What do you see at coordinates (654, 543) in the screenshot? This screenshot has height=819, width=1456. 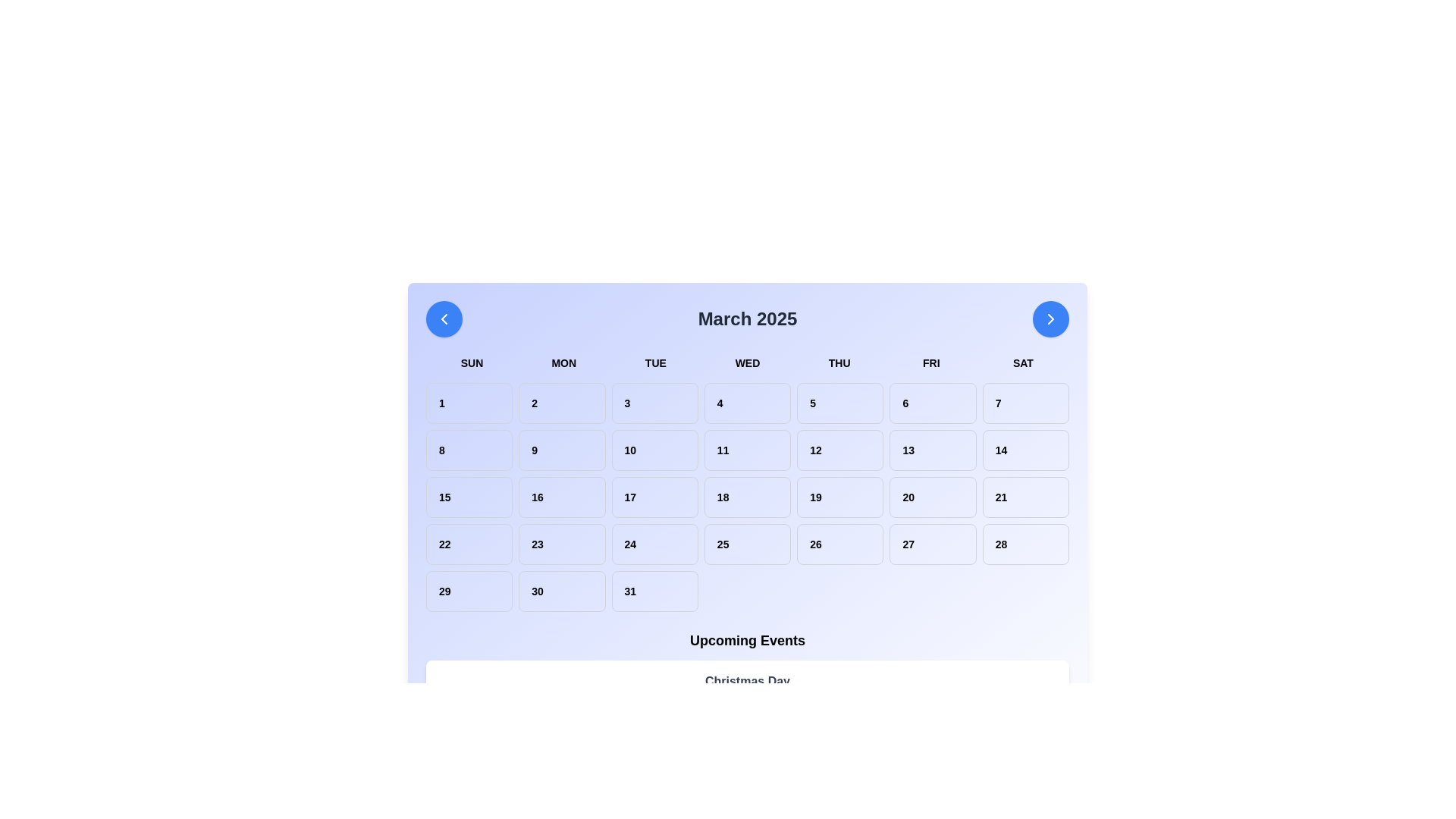 I see `the Interactive calendar day button labeled '24'` at bounding box center [654, 543].